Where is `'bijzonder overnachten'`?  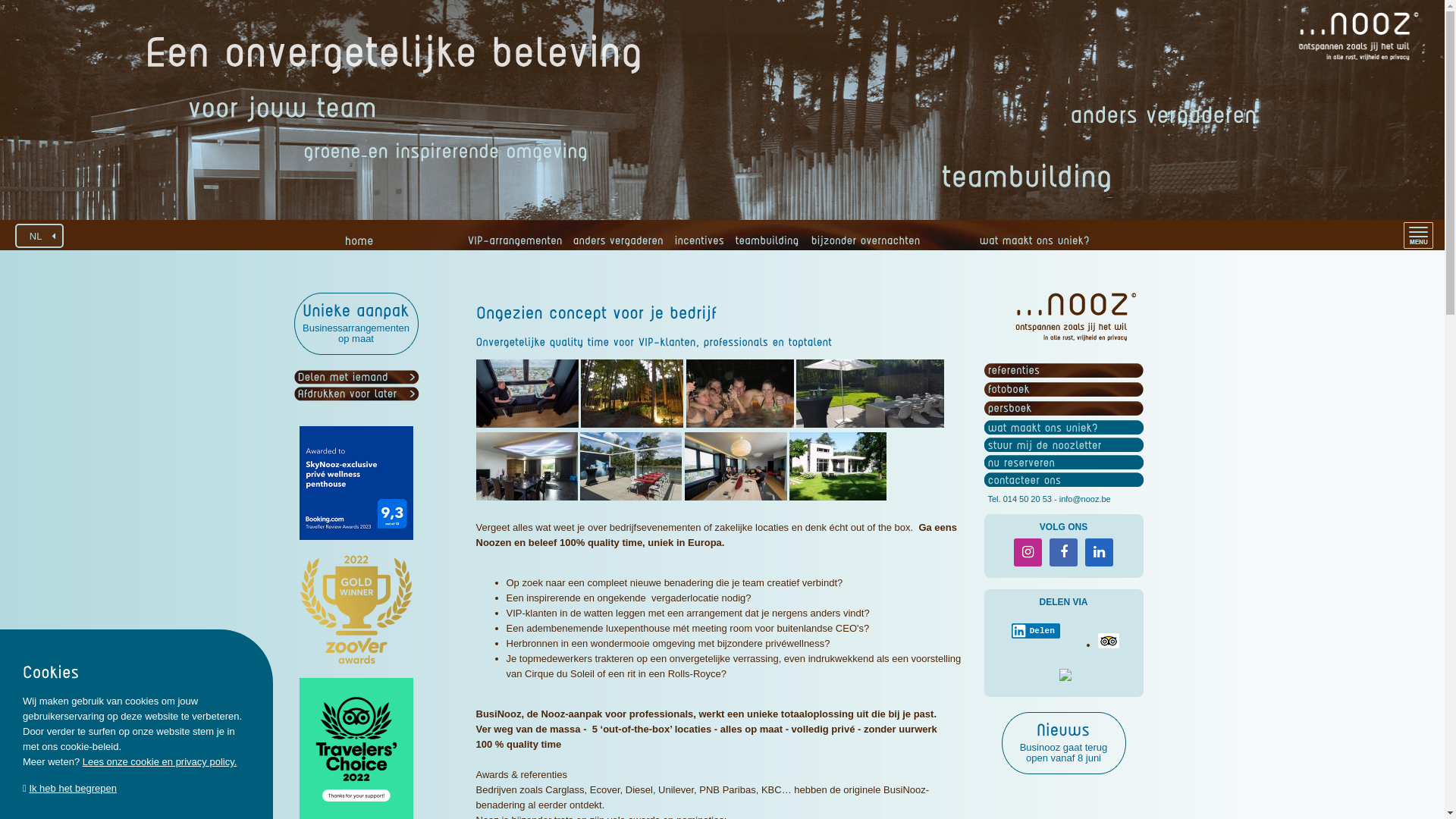 'bijzonder overnachten' is located at coordinates (862, 244).